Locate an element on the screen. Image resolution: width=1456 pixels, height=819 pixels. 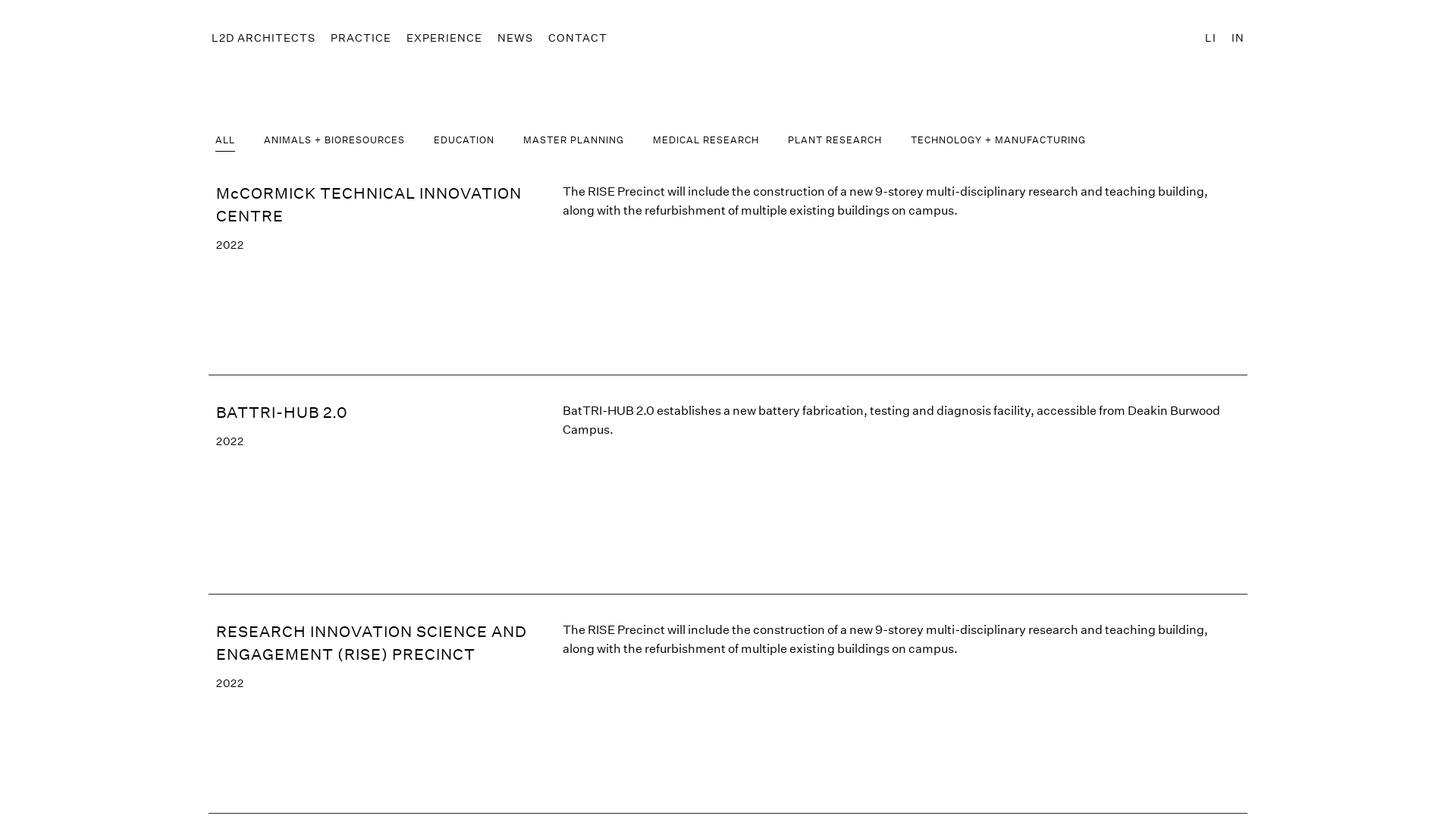
'NEWS' is located at coordinates (494, 37).